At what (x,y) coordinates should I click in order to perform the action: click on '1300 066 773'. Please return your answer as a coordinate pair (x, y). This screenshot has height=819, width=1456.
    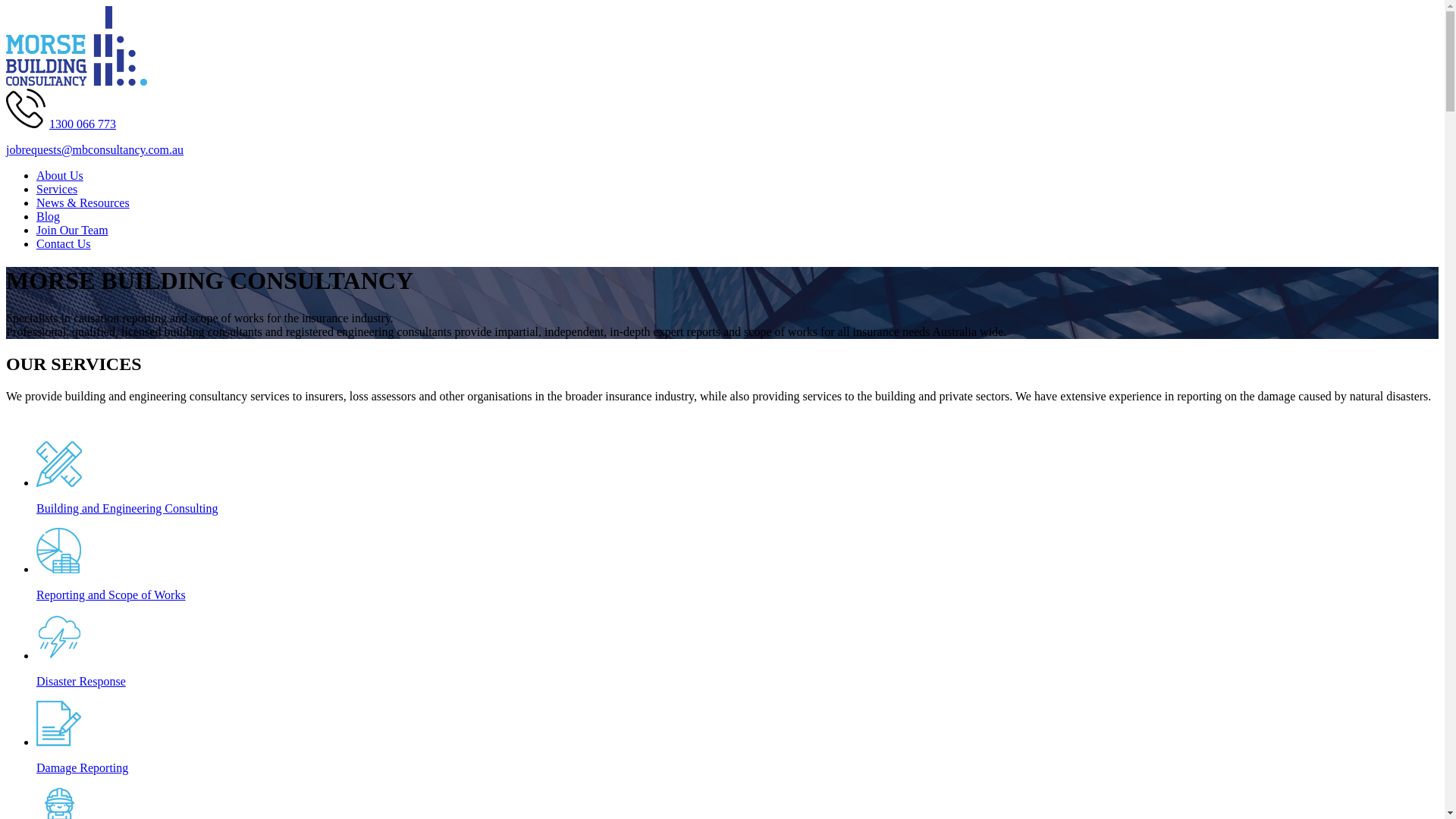
    Looking at the image, I should click on (82, 123).